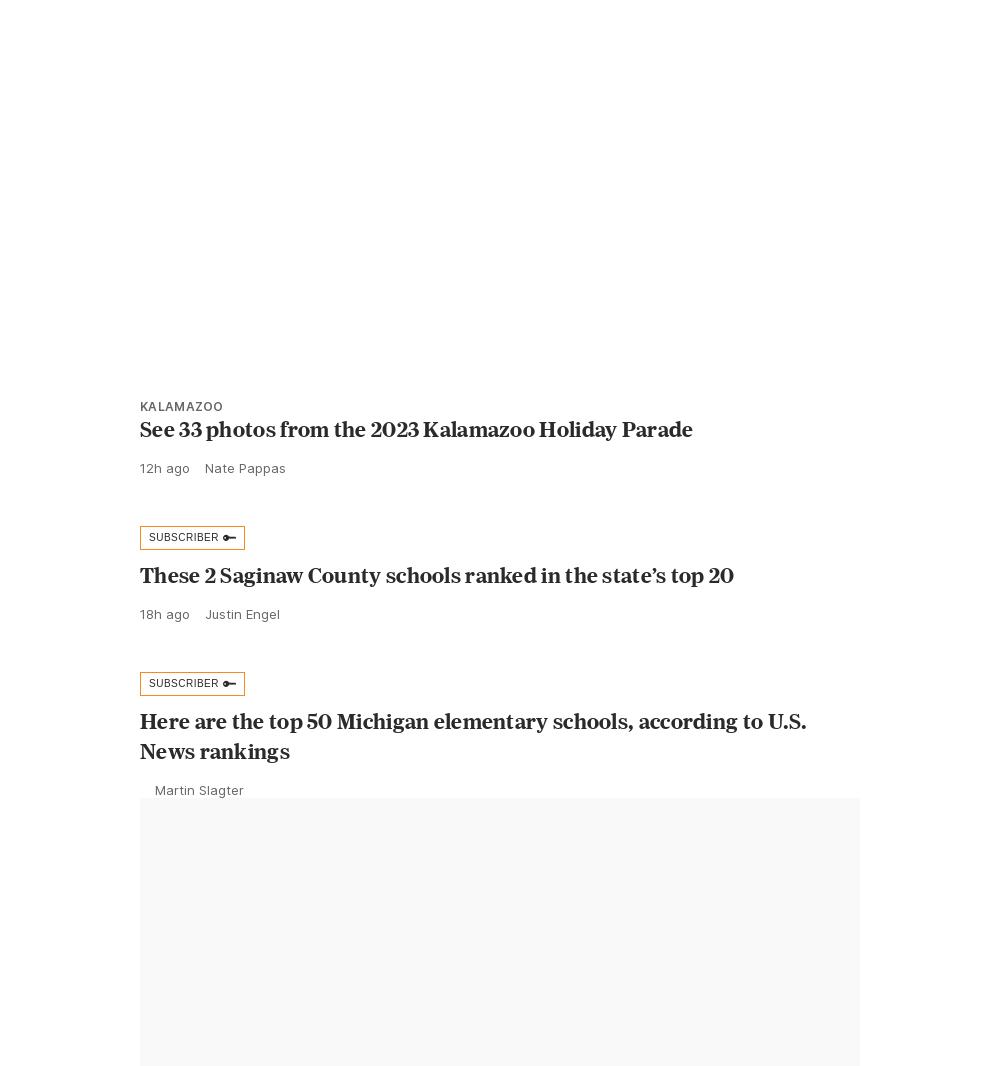 This screenshot has height=1066, width=1000. I want to click on 'Justin Engel', so click(241, 657).